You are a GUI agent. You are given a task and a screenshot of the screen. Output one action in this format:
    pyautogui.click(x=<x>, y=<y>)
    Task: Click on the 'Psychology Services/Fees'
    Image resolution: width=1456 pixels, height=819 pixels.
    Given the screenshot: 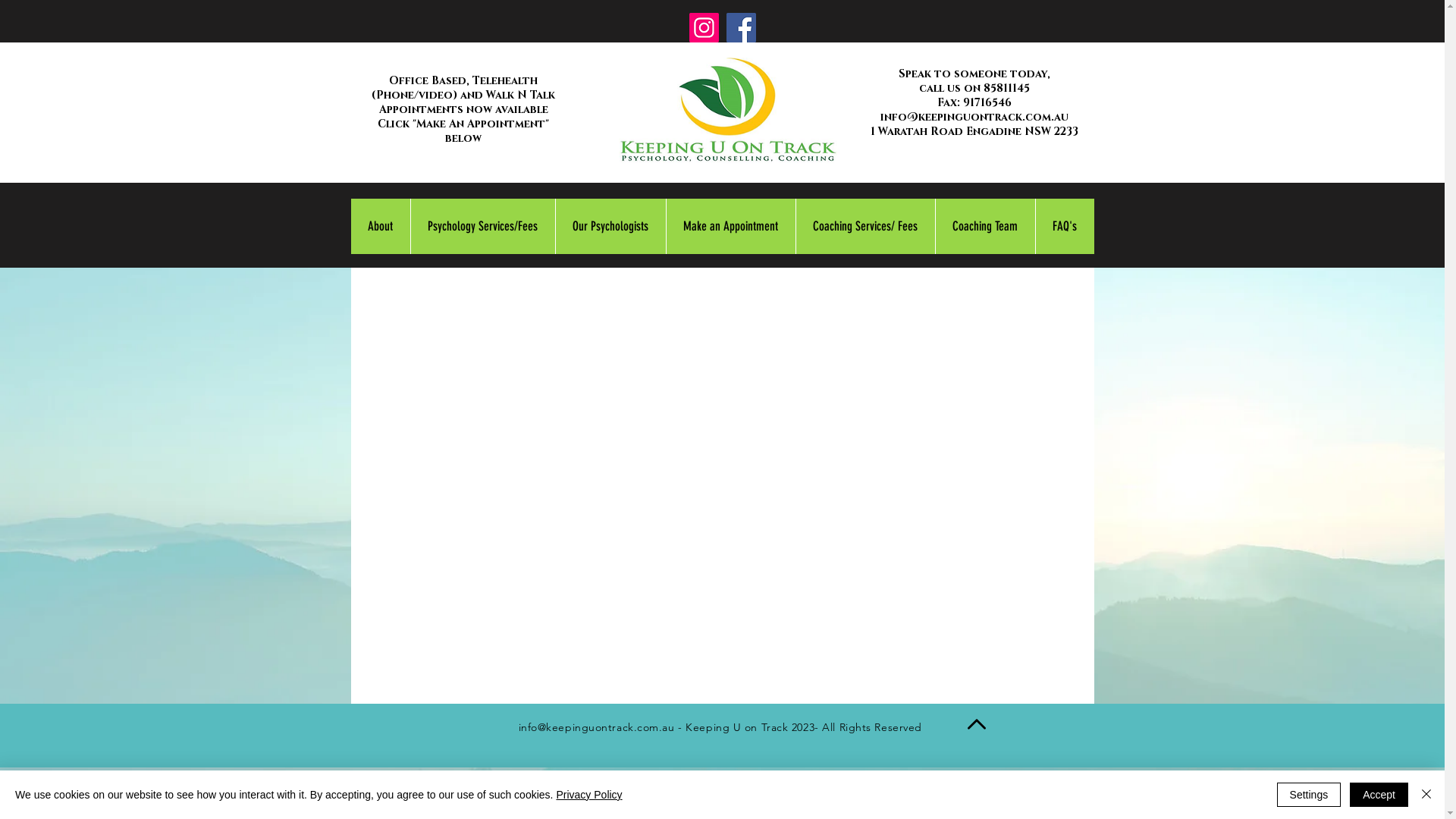 What is the action you would take?
    pyautogui.click(x=481, y=226)
    